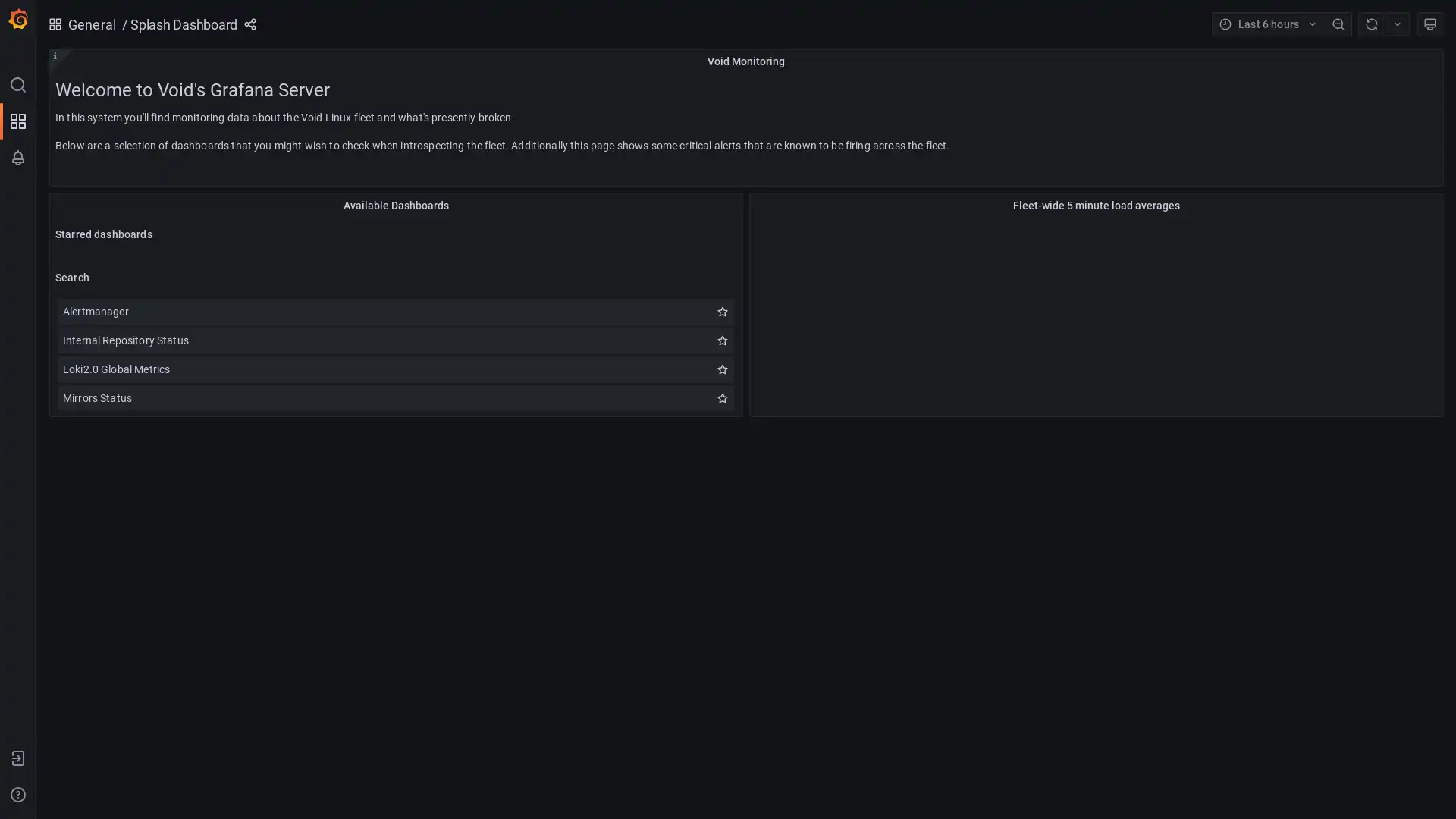 Image resolution: width=1456 pixels, height=819 pixels. I want to click on Time range picker with current time range Last 6 hours selected, so click(1268, 24).